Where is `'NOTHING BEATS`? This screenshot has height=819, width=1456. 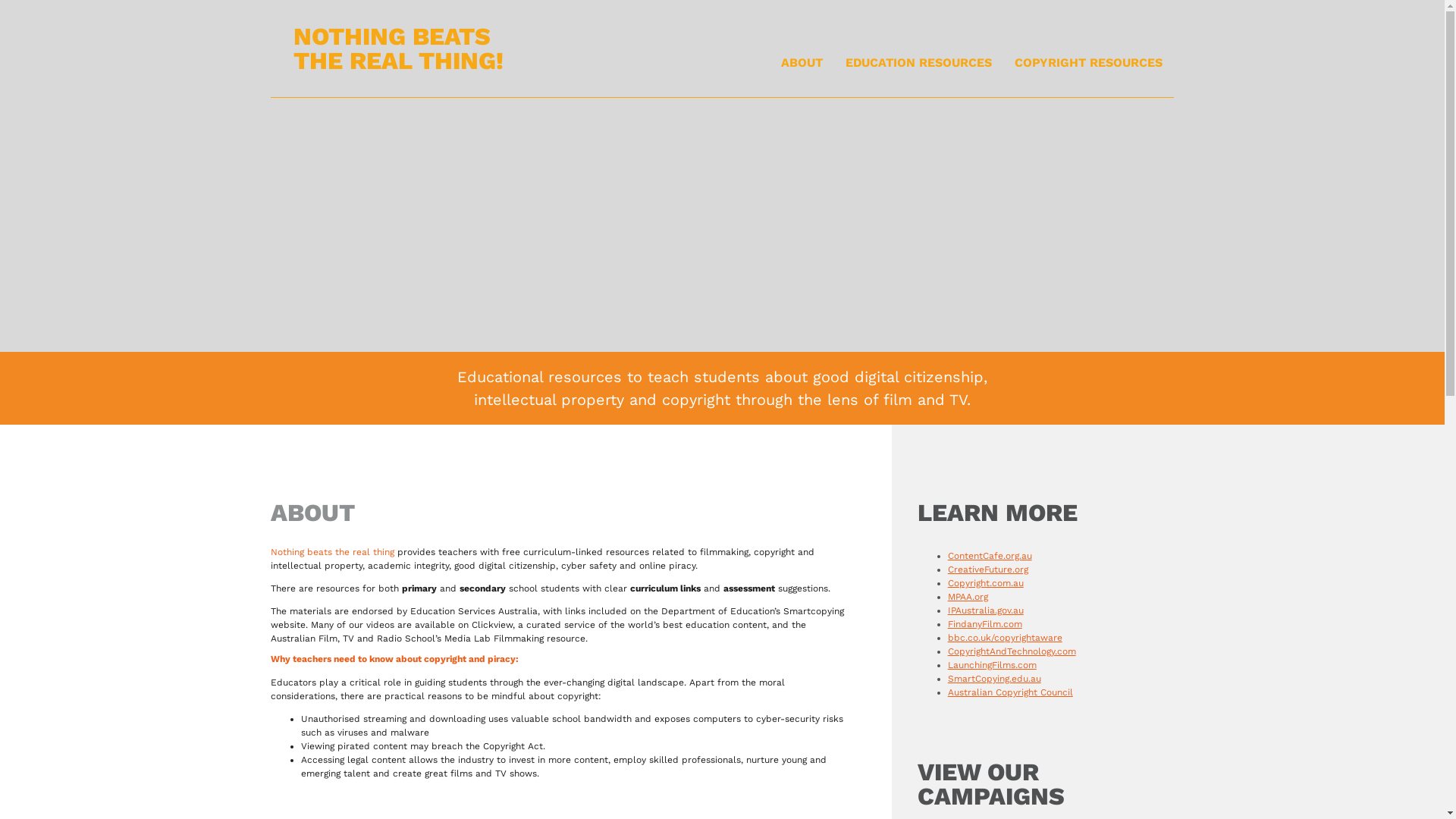
'NOTHING BEATS is located at coordinates (398, 48).